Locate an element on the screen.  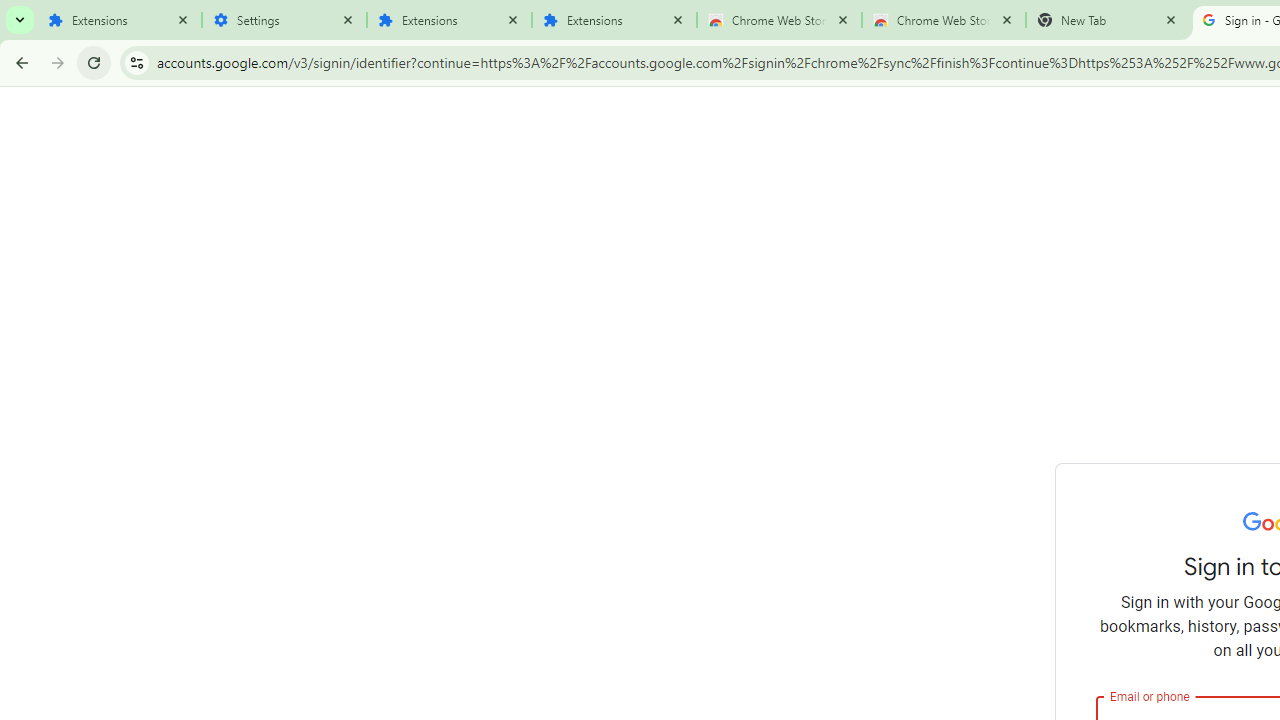
'Search tabs' is located at coordinates (20, 20).